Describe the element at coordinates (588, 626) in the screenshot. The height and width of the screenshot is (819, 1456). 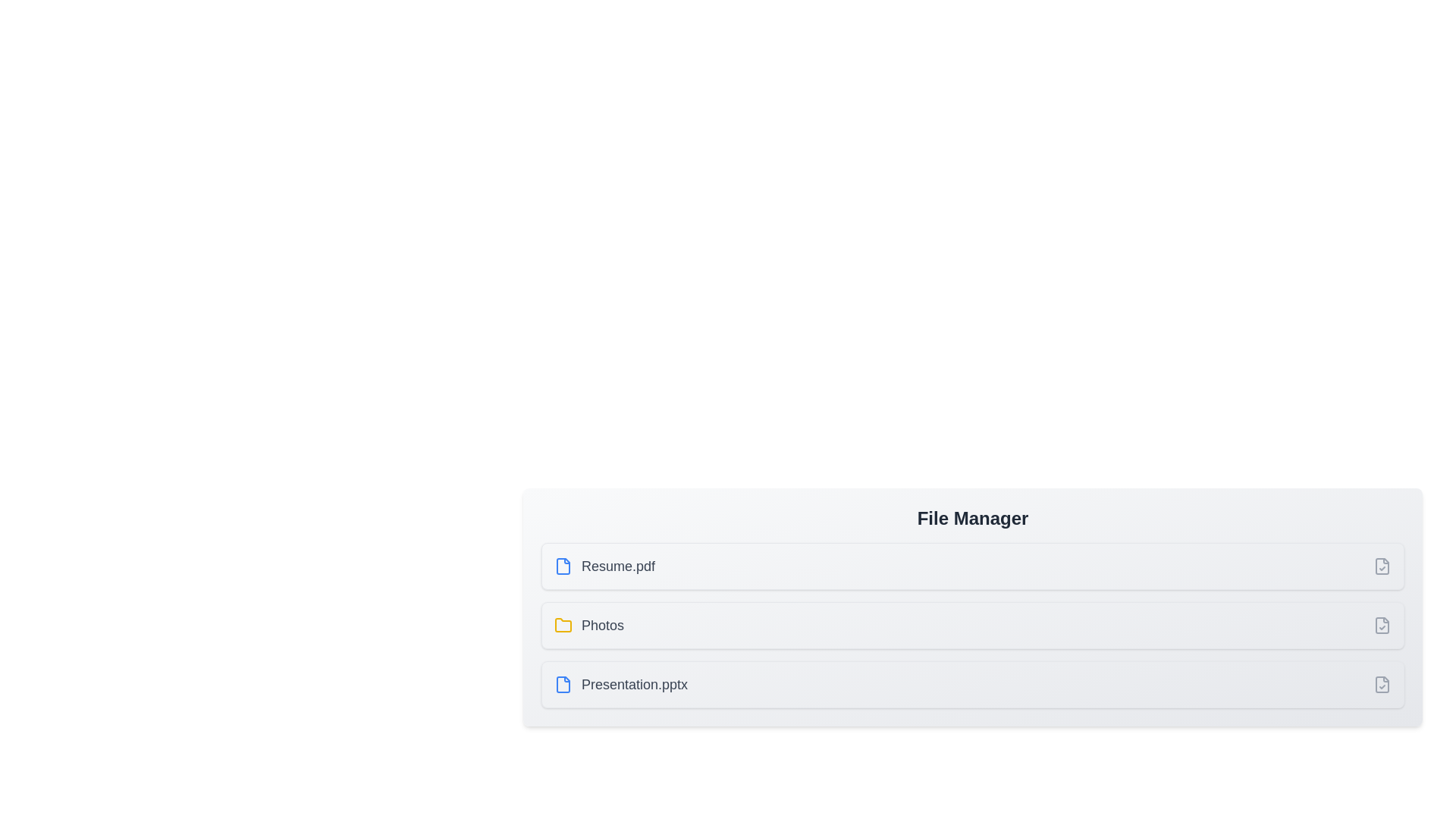
I see `the file or folder represented by Photos` at that location.